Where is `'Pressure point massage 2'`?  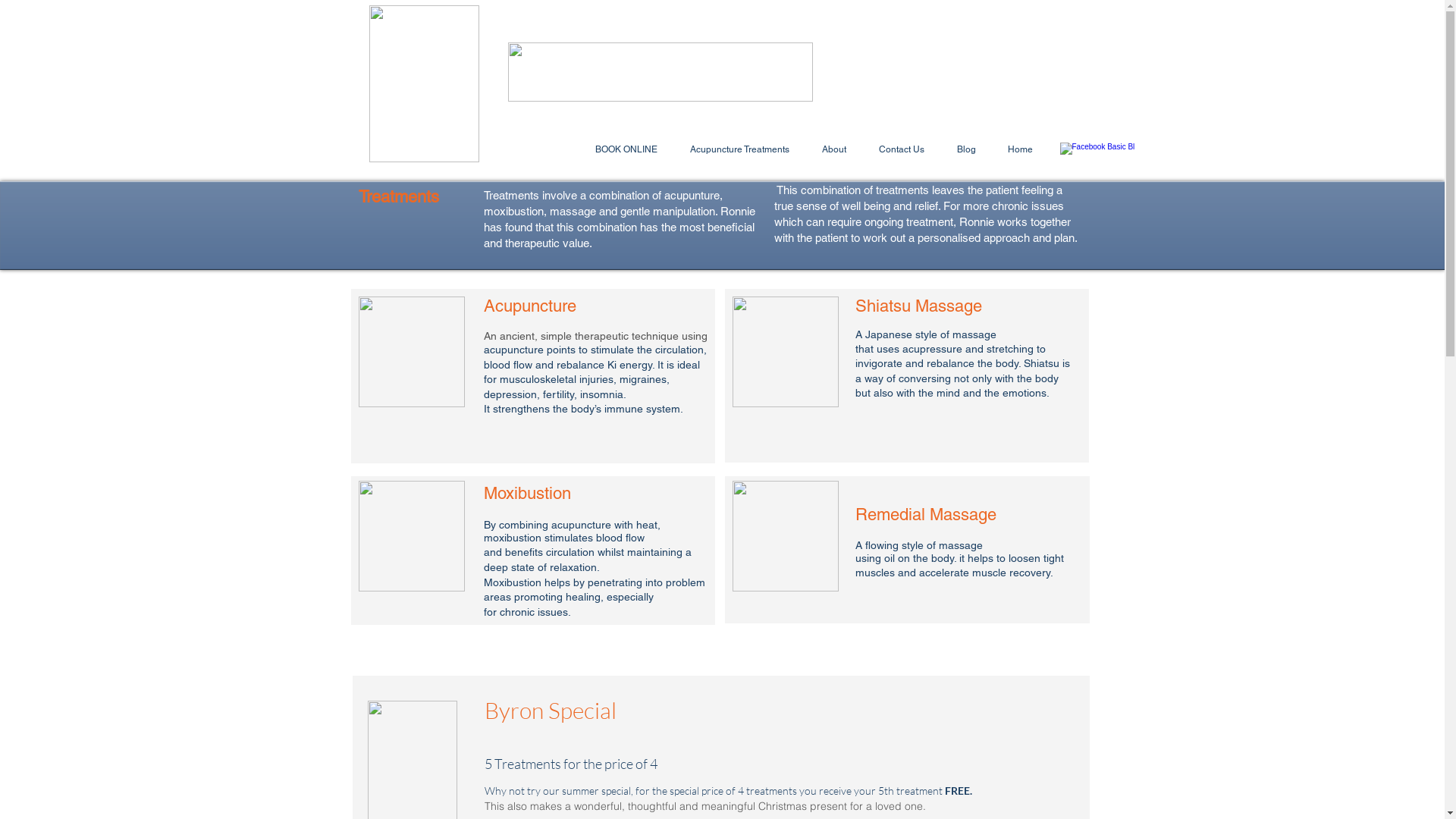
'Pressure point massage 2' is located at coordinates (786, 351).